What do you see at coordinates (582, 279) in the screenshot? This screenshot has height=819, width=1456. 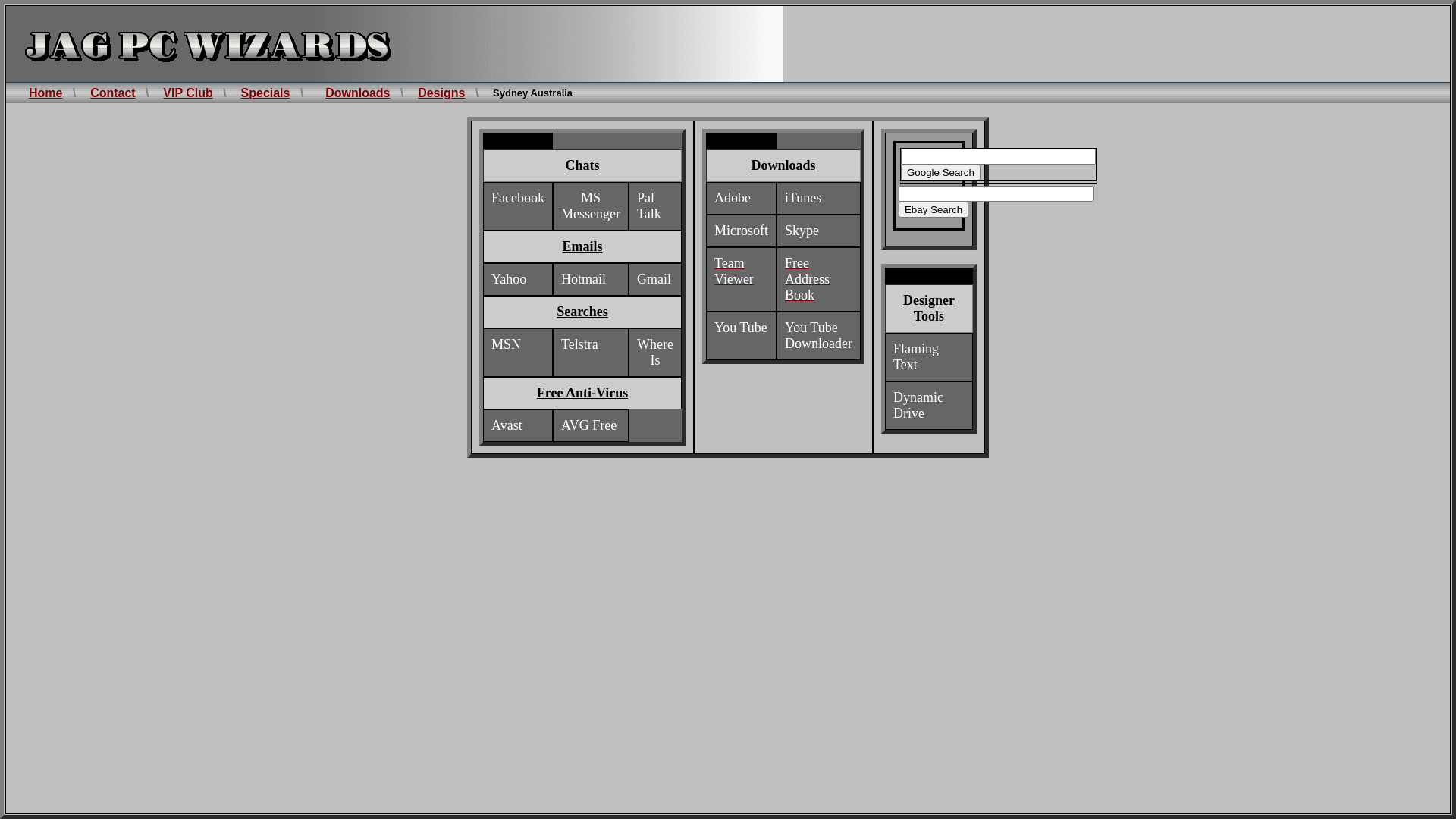 I see `'Hotmail'` at bounding box center [582, 279].